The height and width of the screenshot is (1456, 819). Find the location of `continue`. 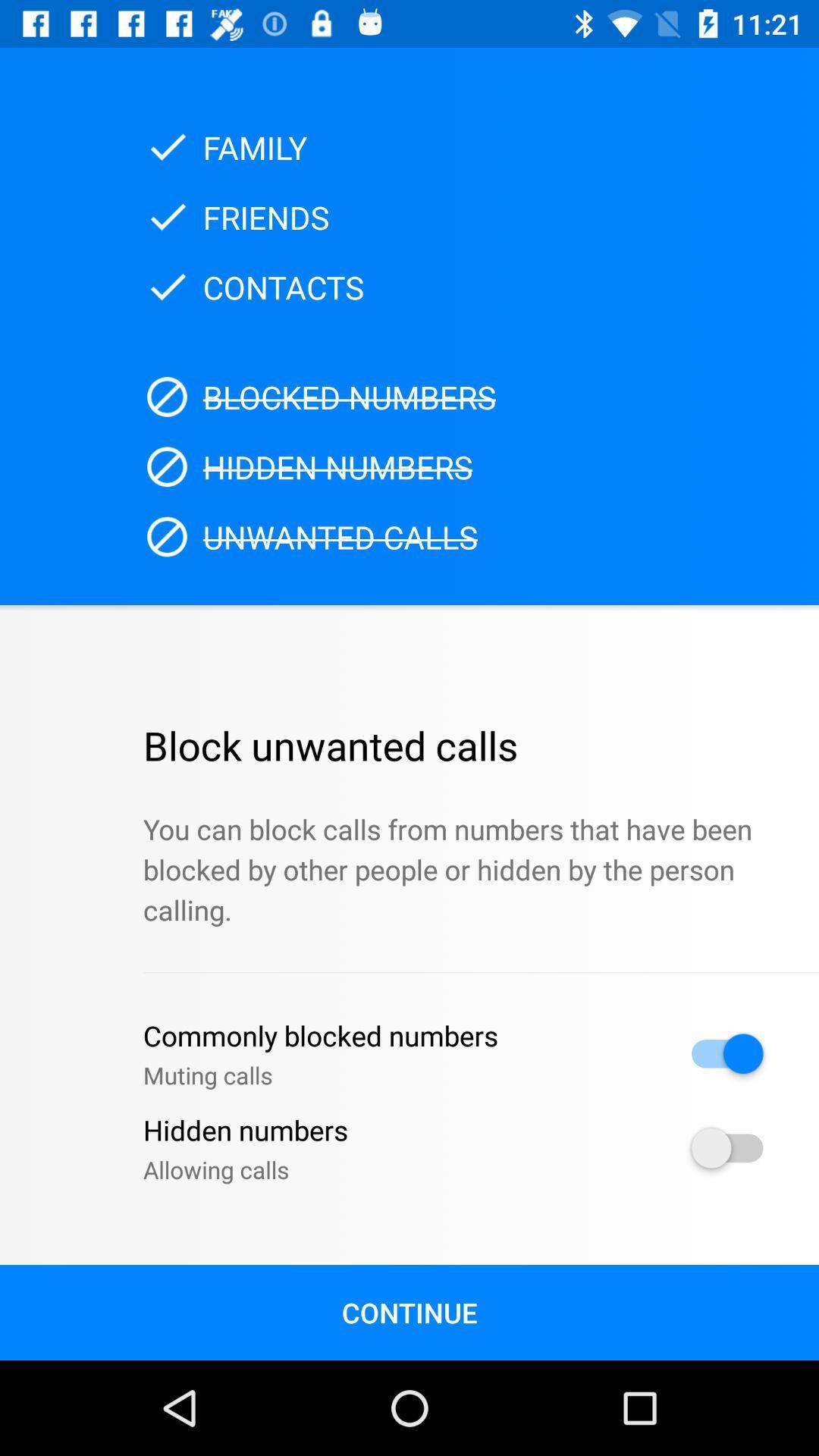

continue is located at coordinates (409, 1312).